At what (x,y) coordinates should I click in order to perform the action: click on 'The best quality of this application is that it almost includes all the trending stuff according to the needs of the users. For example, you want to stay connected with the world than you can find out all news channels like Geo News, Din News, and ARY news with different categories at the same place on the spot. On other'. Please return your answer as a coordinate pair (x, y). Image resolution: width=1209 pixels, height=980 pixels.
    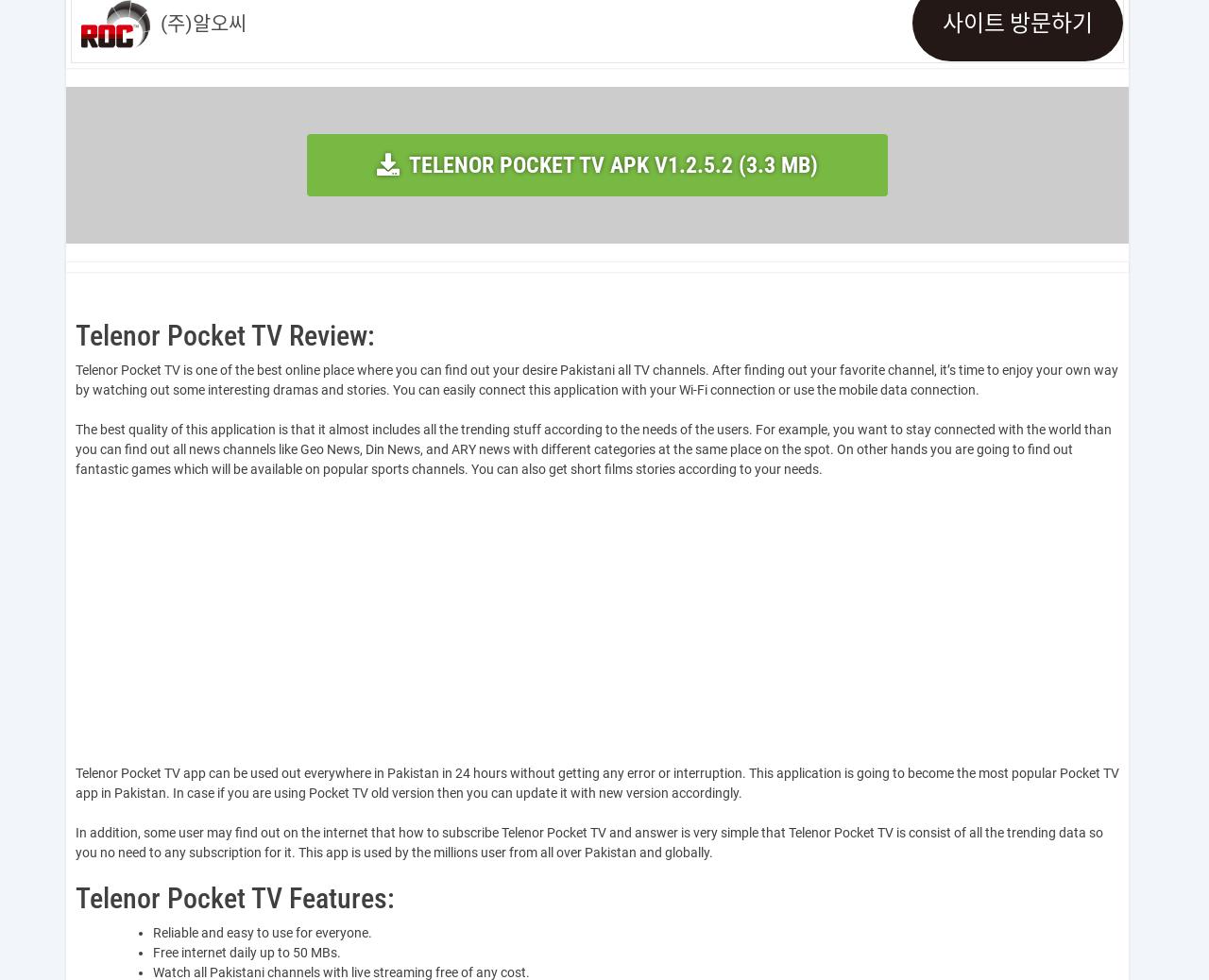
    Looking at the image, I should click on (592, 439).